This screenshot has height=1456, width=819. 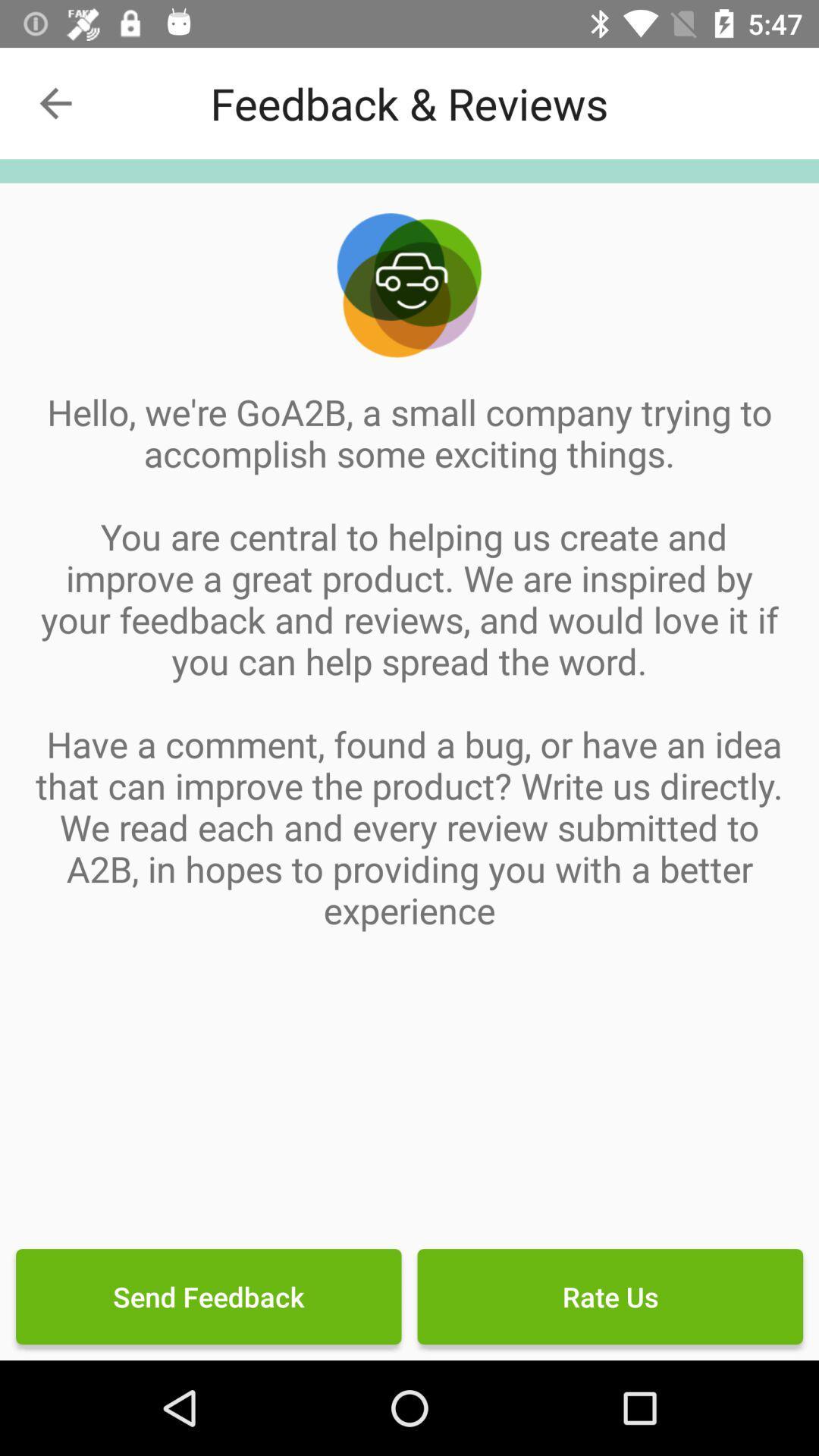 I want to click on the rate us item, so click(x=609, y=1295).